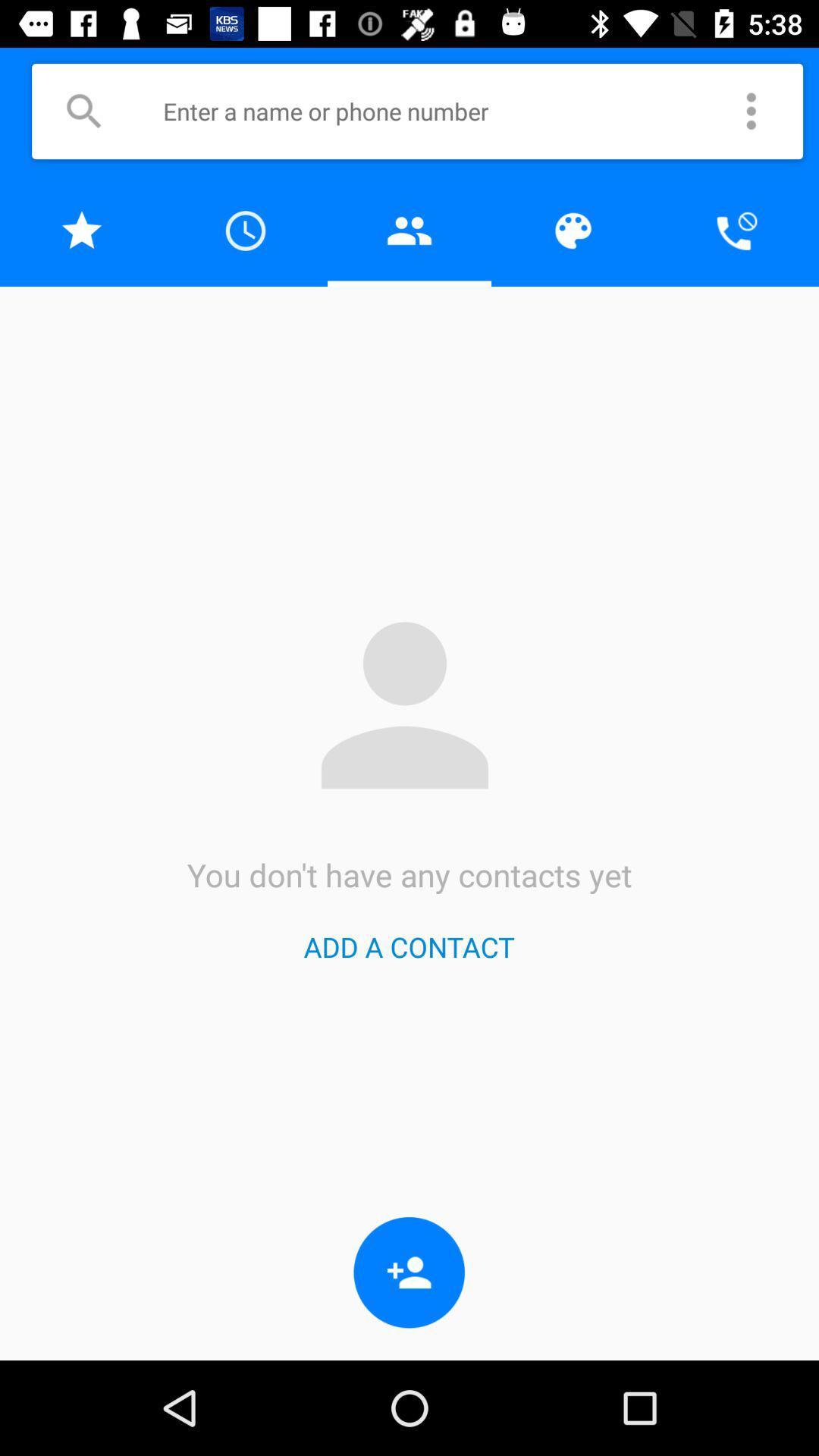 The image size is (819, 1456). I want to click on name or number, so click(439, 110).